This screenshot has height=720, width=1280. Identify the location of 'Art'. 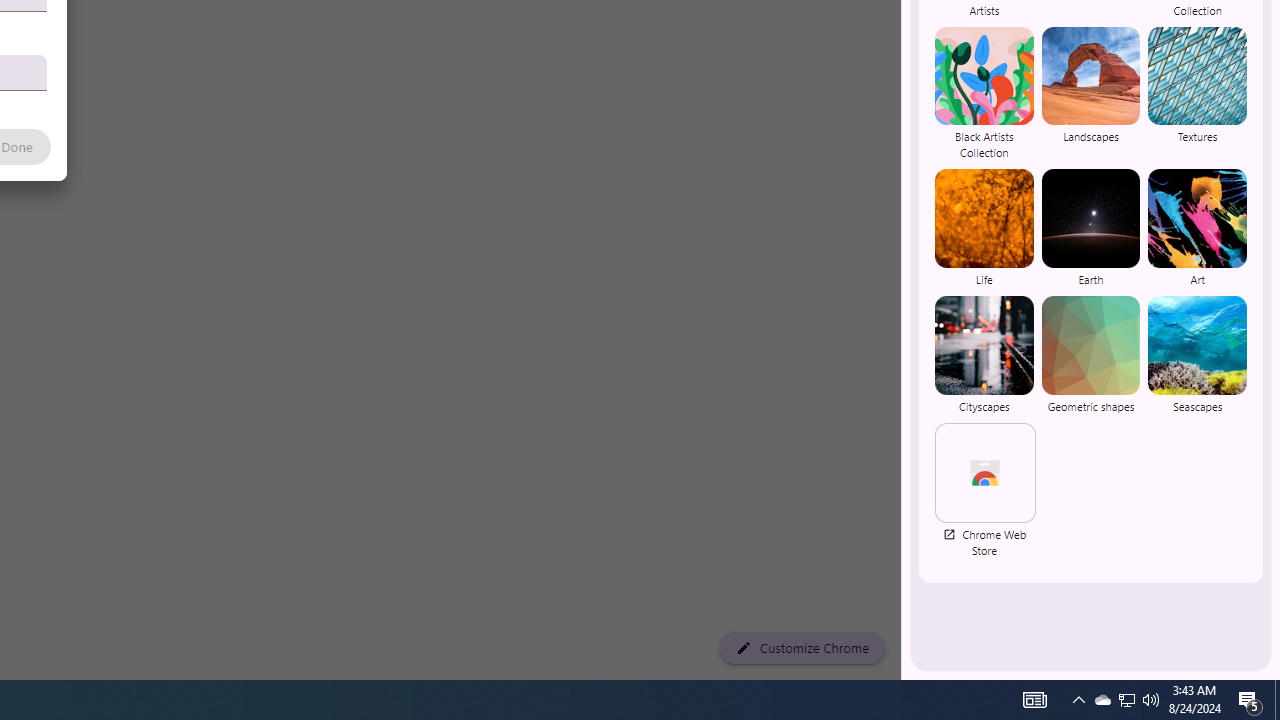
(1197, 227).